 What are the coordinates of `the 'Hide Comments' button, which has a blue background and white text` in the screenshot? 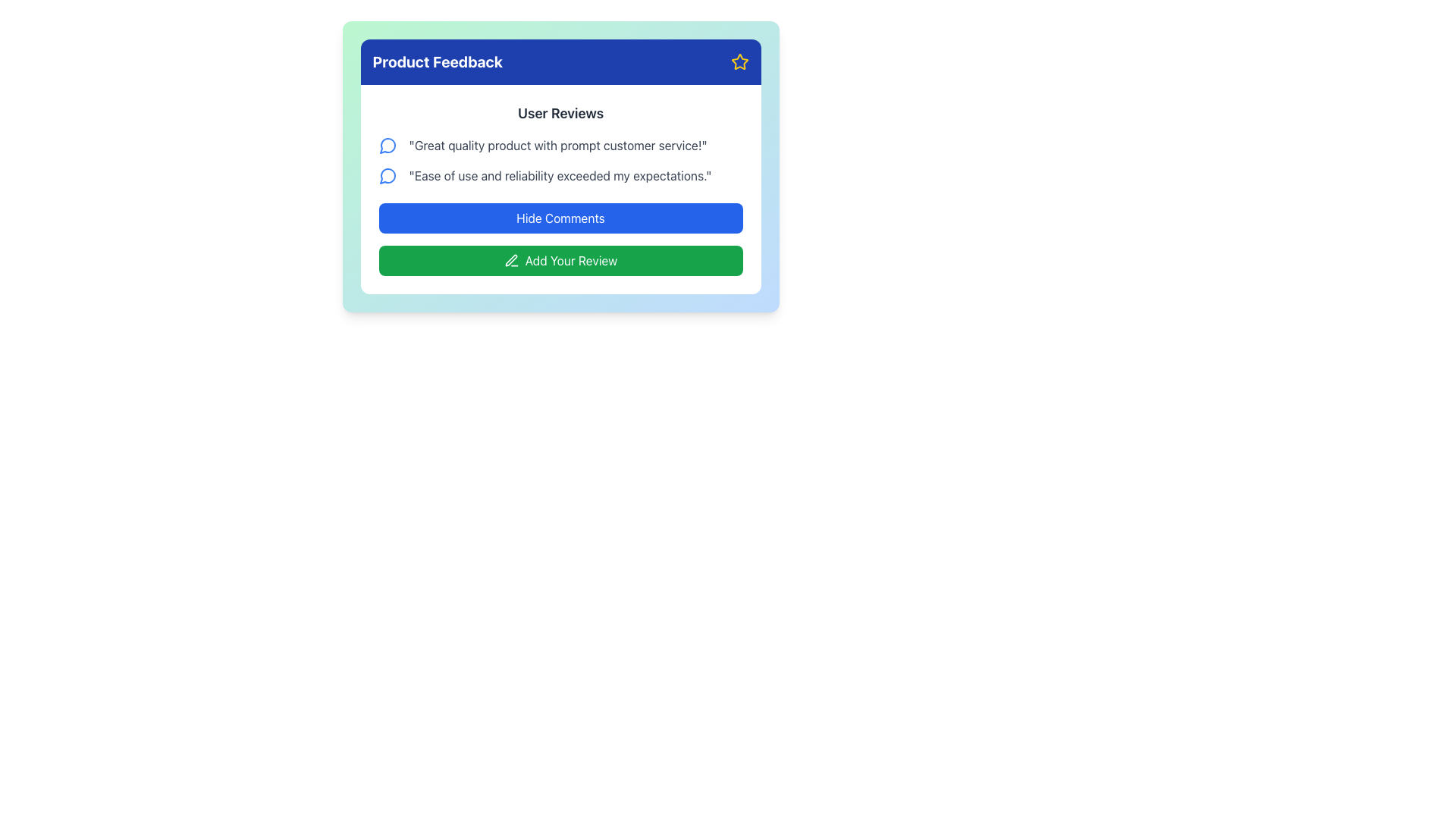 It's located at (560, 218).